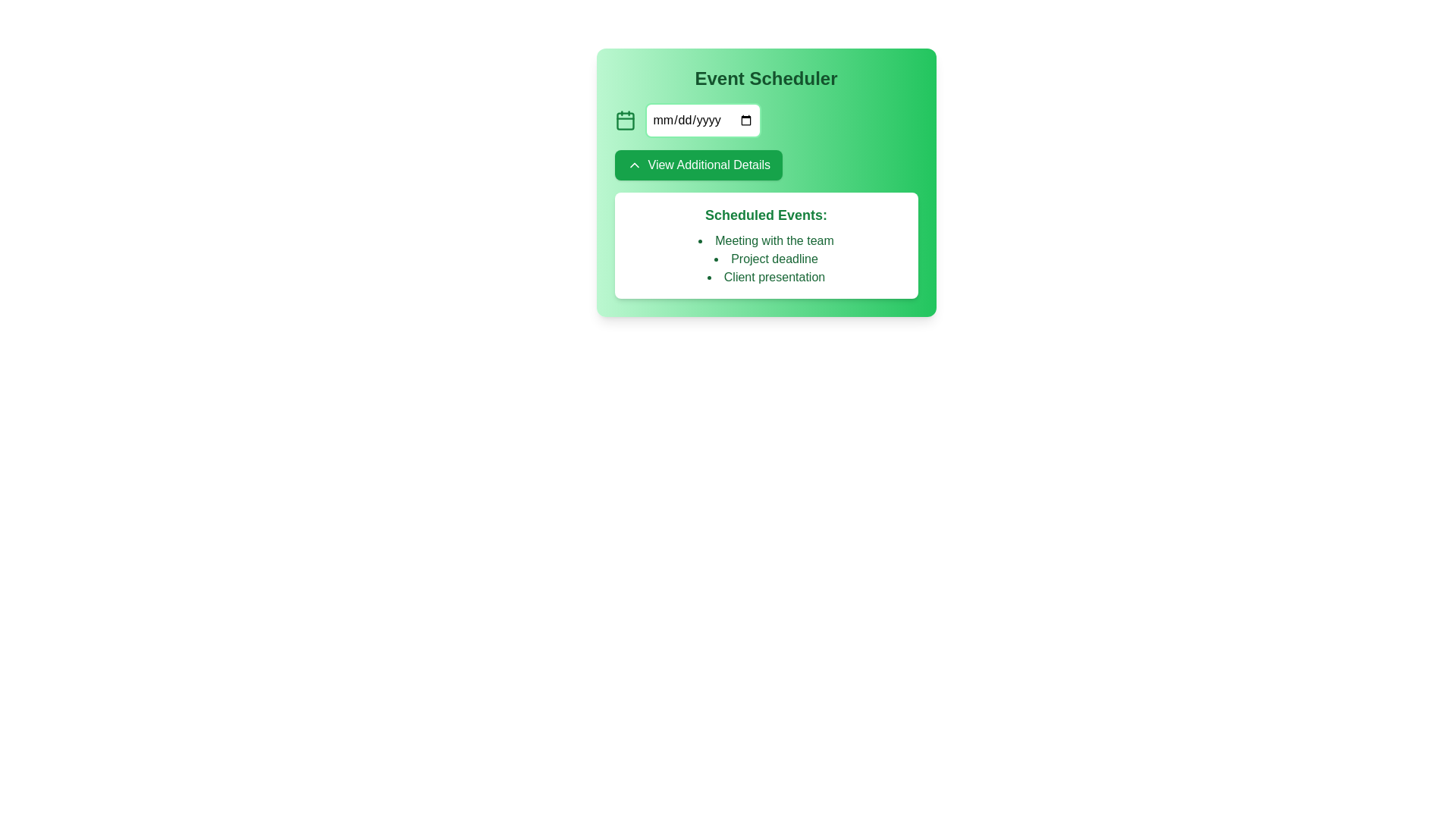 The image size is (1456, 819). I want to click on the 'Event Scheduler' text label, which is a bold title displayed in a large font size on a green gradient background at the top of the scheduling interface, so click(766, 79).